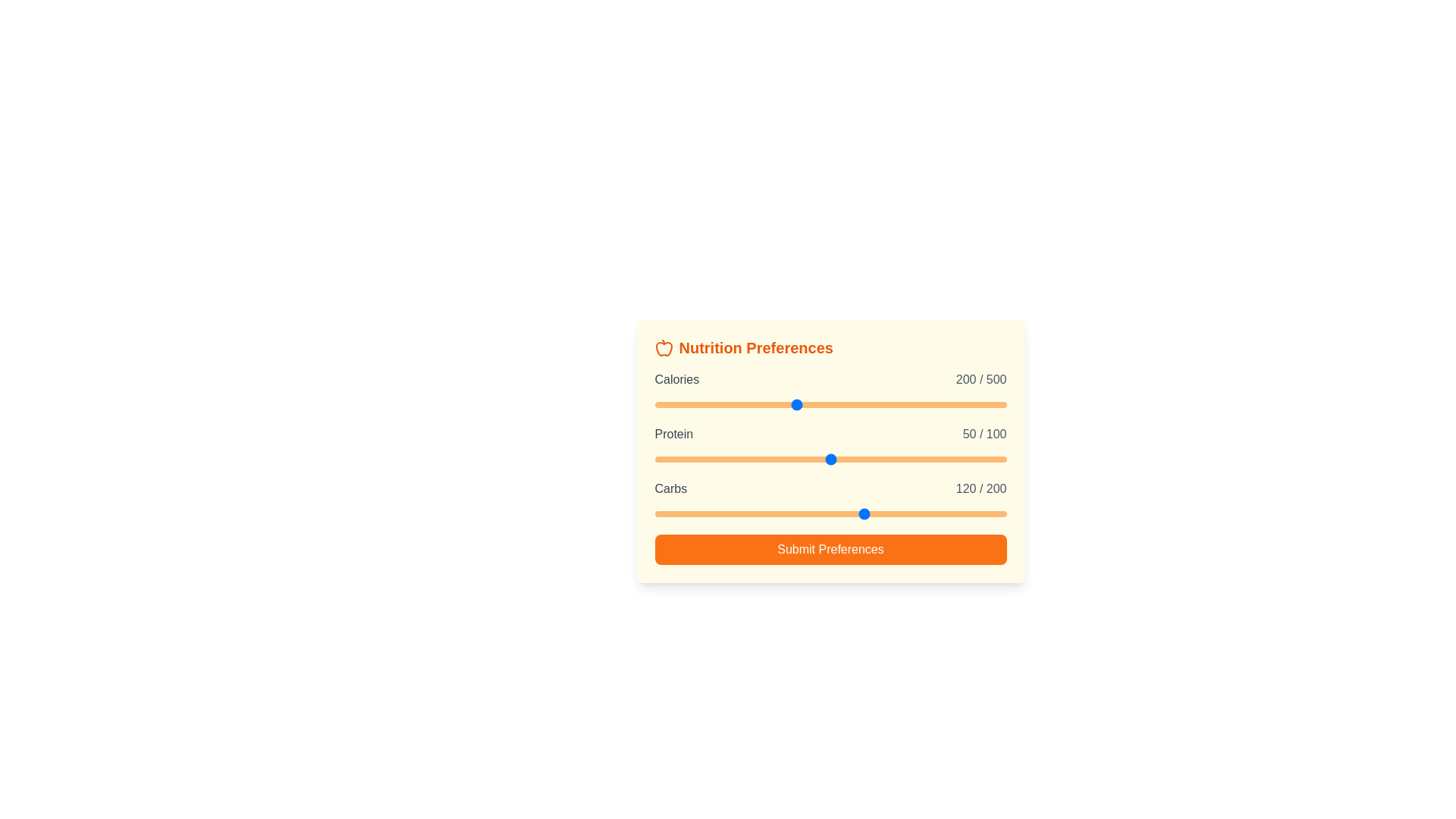 The image size is (1456, 819). I want to click on the carbohydrate intake value, so click(811, 513).